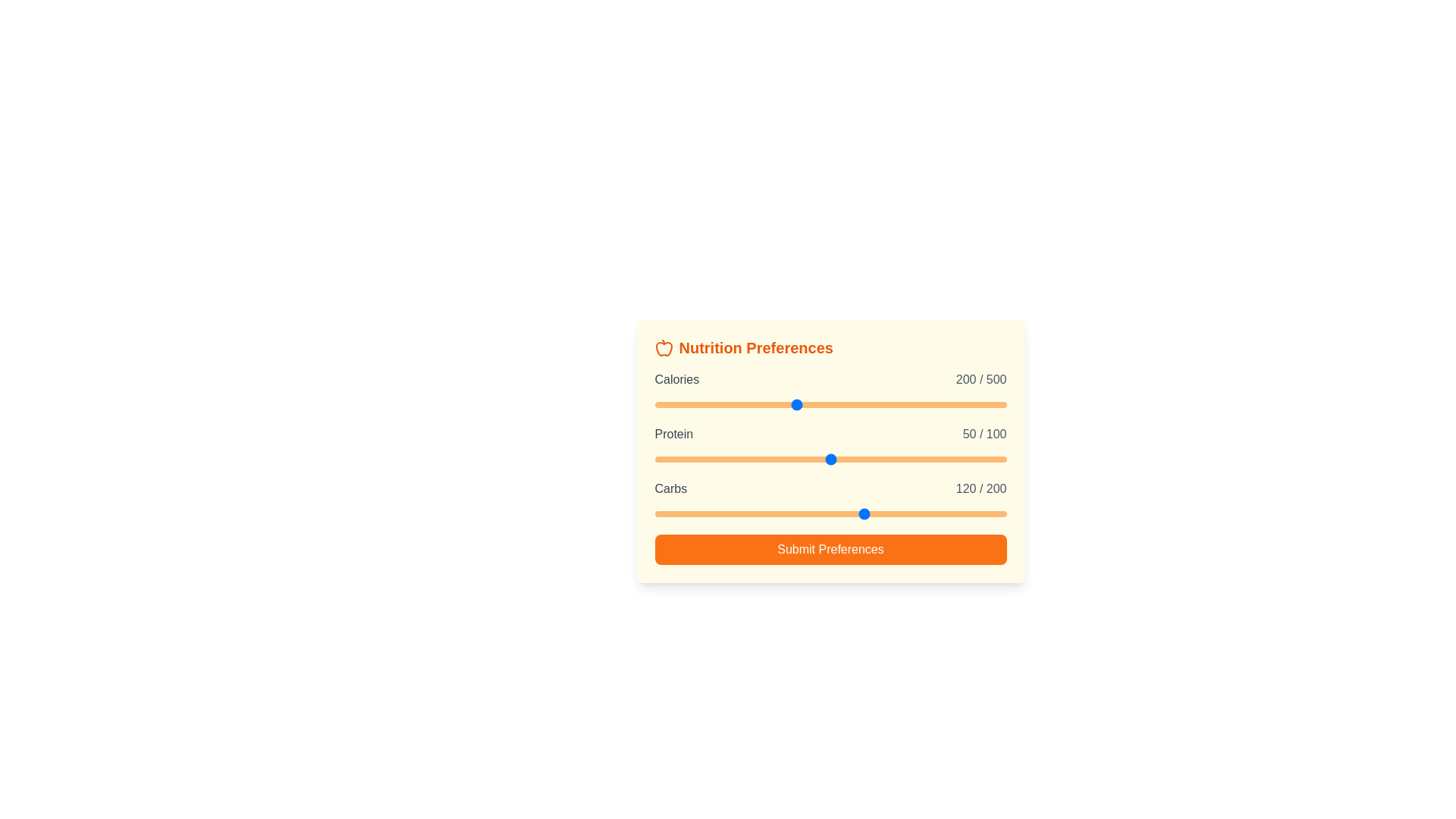 The image size is (1456, 819). I want to click on the carbohydrate intake value, so click(811, 513).